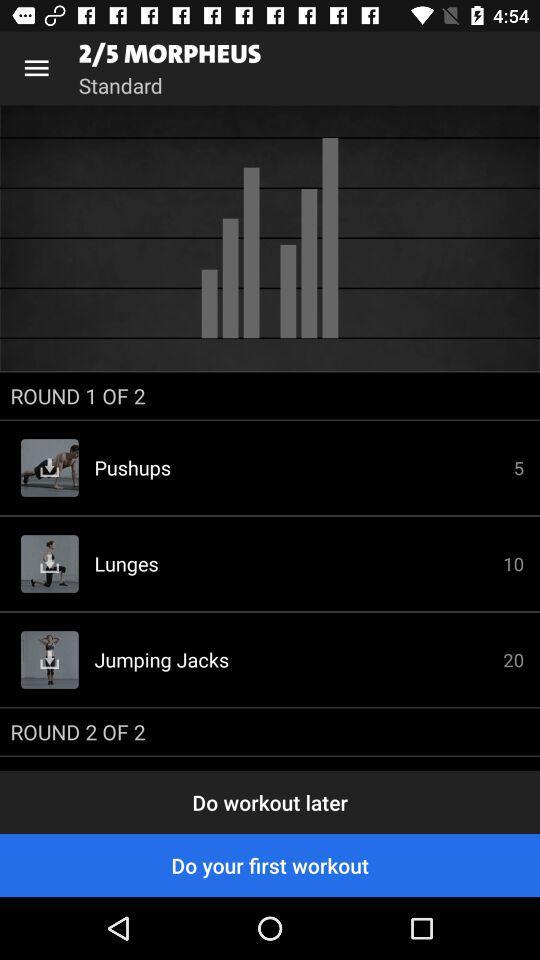  Describe the element at coordinates (50, 564) in the screenshot. I see `the image which is on the left side of lunges has download button on it` at that location.